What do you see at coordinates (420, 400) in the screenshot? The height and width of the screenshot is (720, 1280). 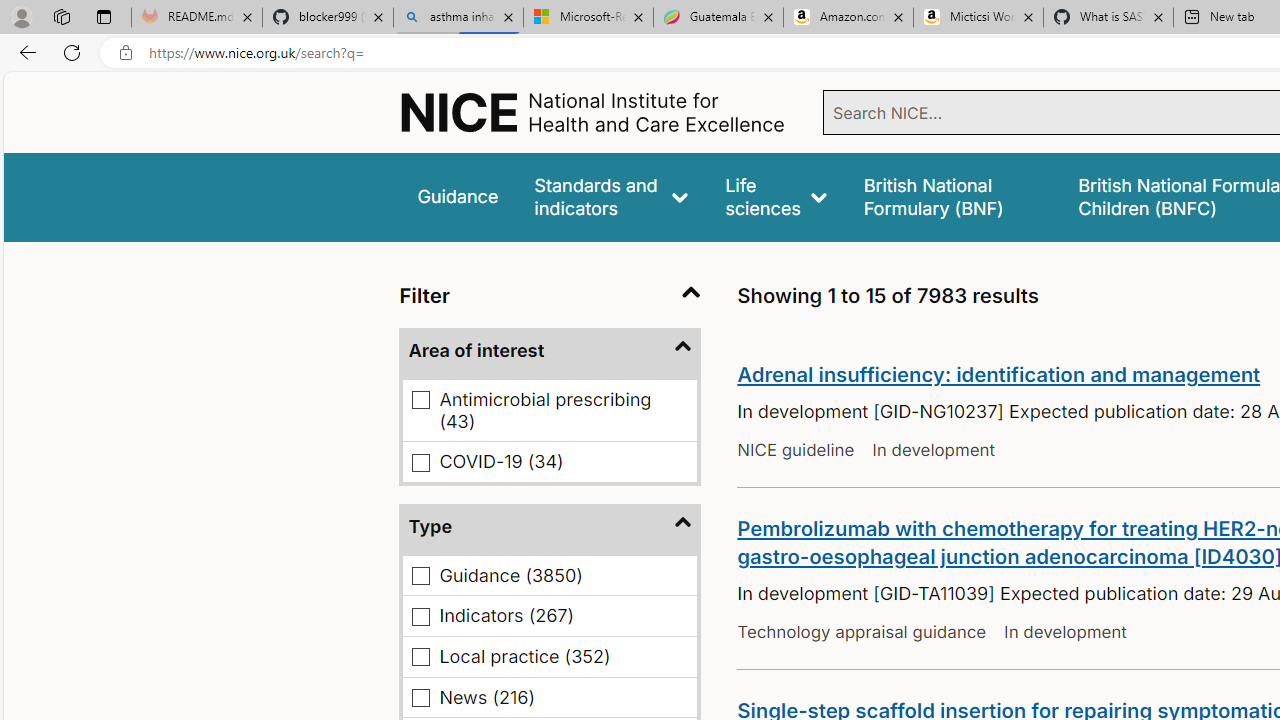 I see `'Antimicrobial prescribing (43)'` at bounding box center [420, 400].